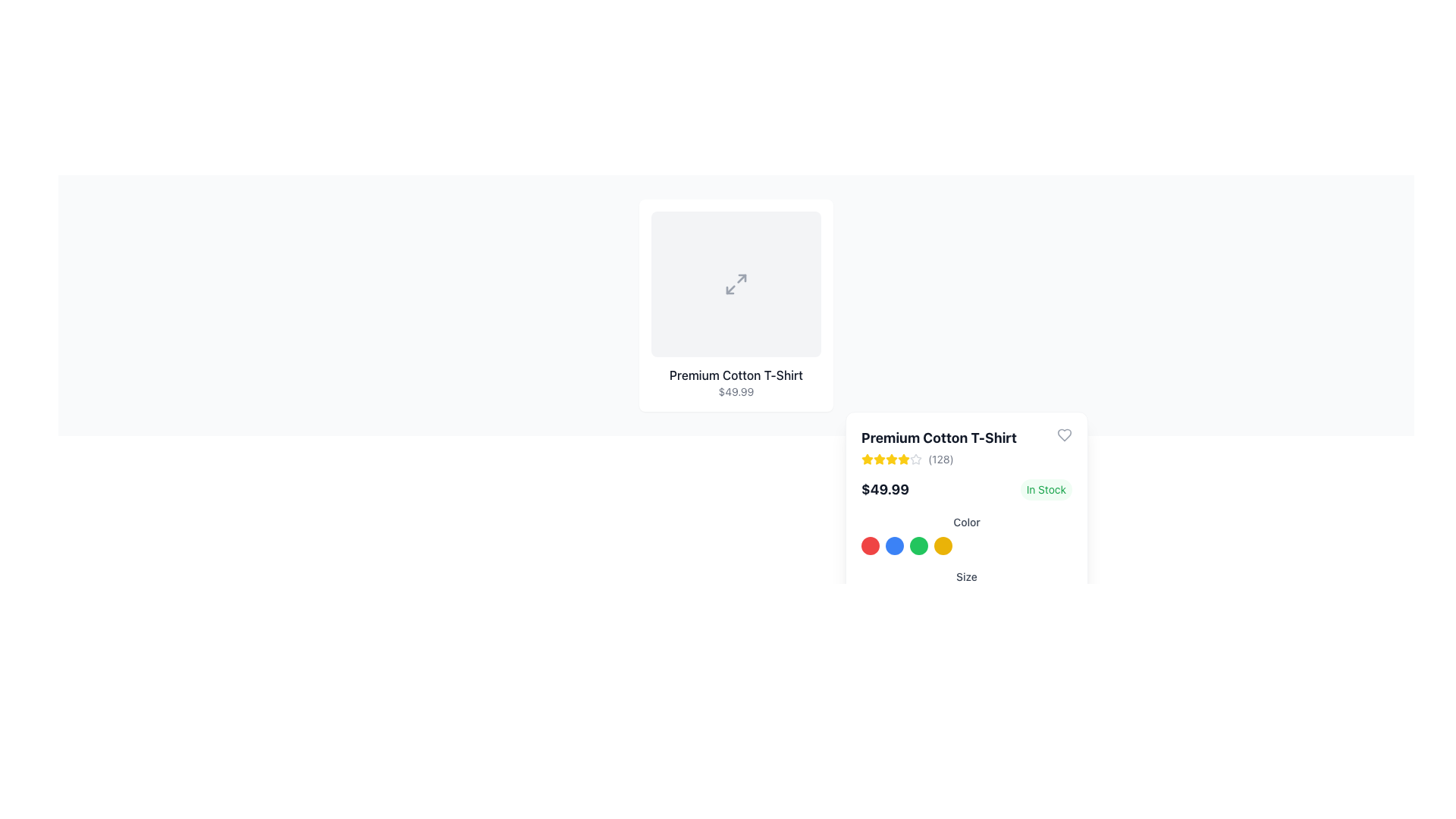  Describe the element at coordinates (736, 375) in the screenshot. I see `the product title text located beneath the image placeholder and above the price text '$49.99'` at that location.